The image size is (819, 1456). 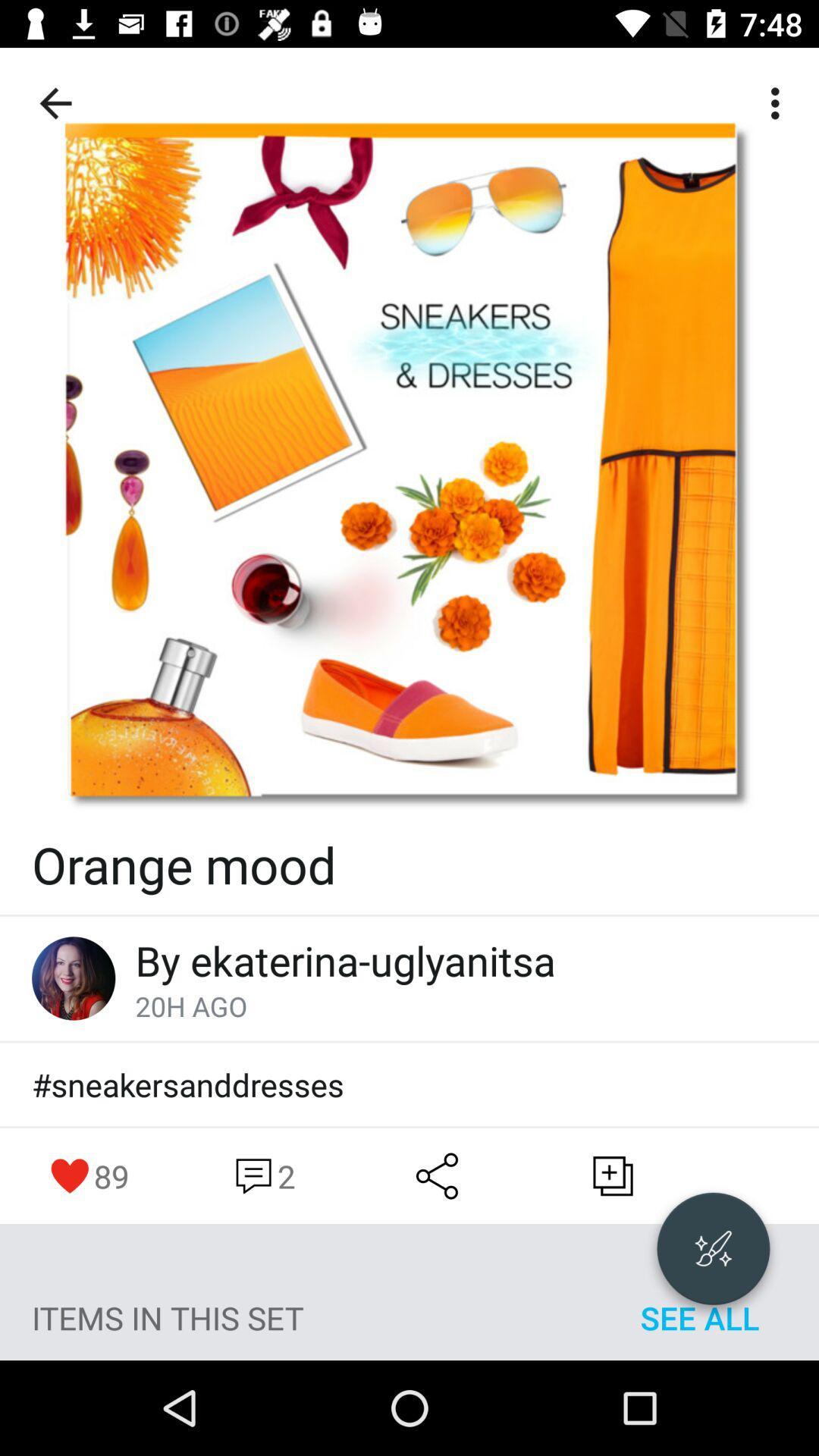 What do you see at coordinates (70, 1175) in the screenshot?
I see `move to left of 89` at bounding box center [70, 1175].